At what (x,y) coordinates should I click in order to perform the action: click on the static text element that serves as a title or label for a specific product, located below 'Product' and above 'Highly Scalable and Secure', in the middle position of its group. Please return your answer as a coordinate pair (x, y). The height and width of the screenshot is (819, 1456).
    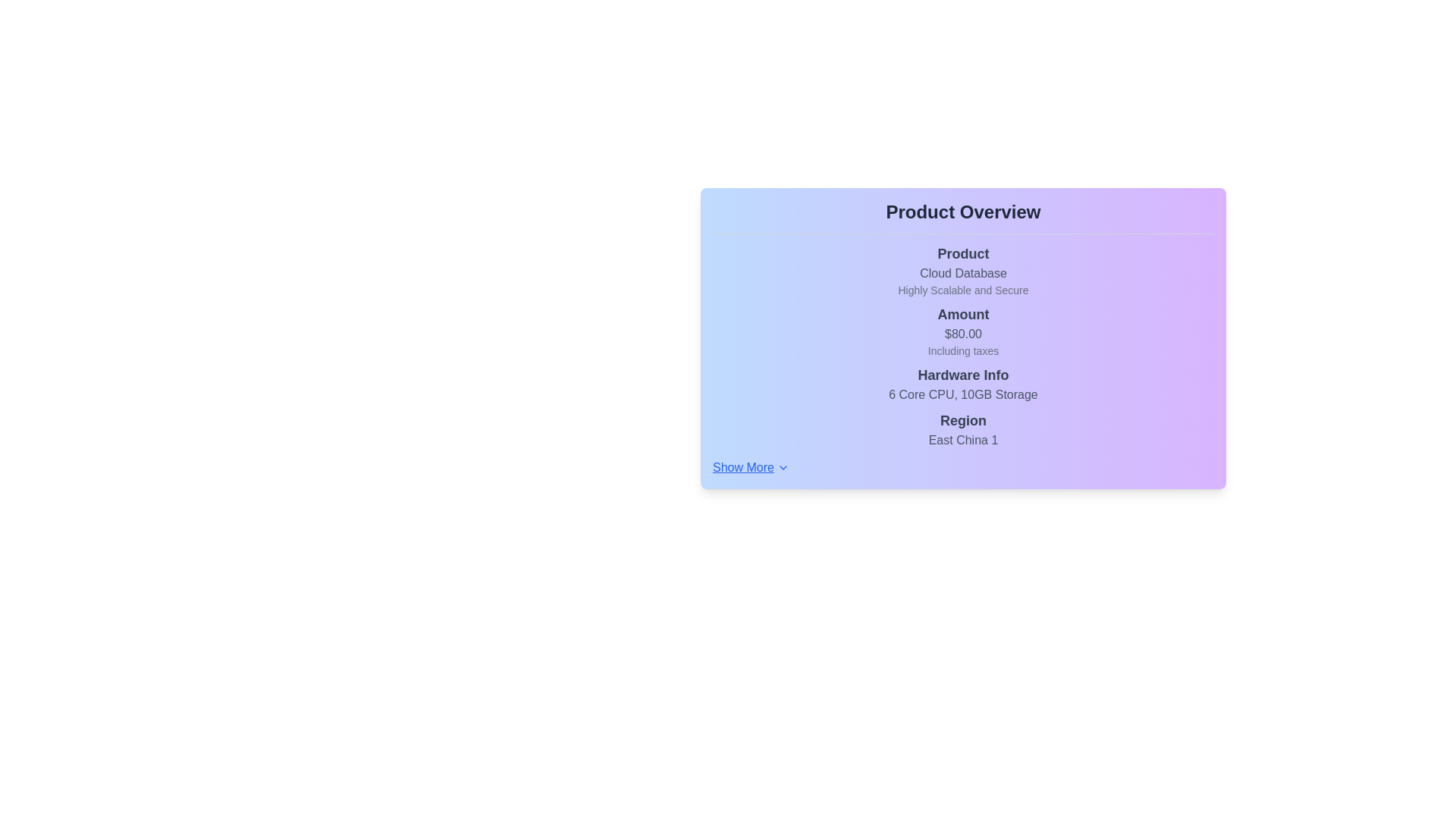
    Looking at the image, I should click on (962, 274).